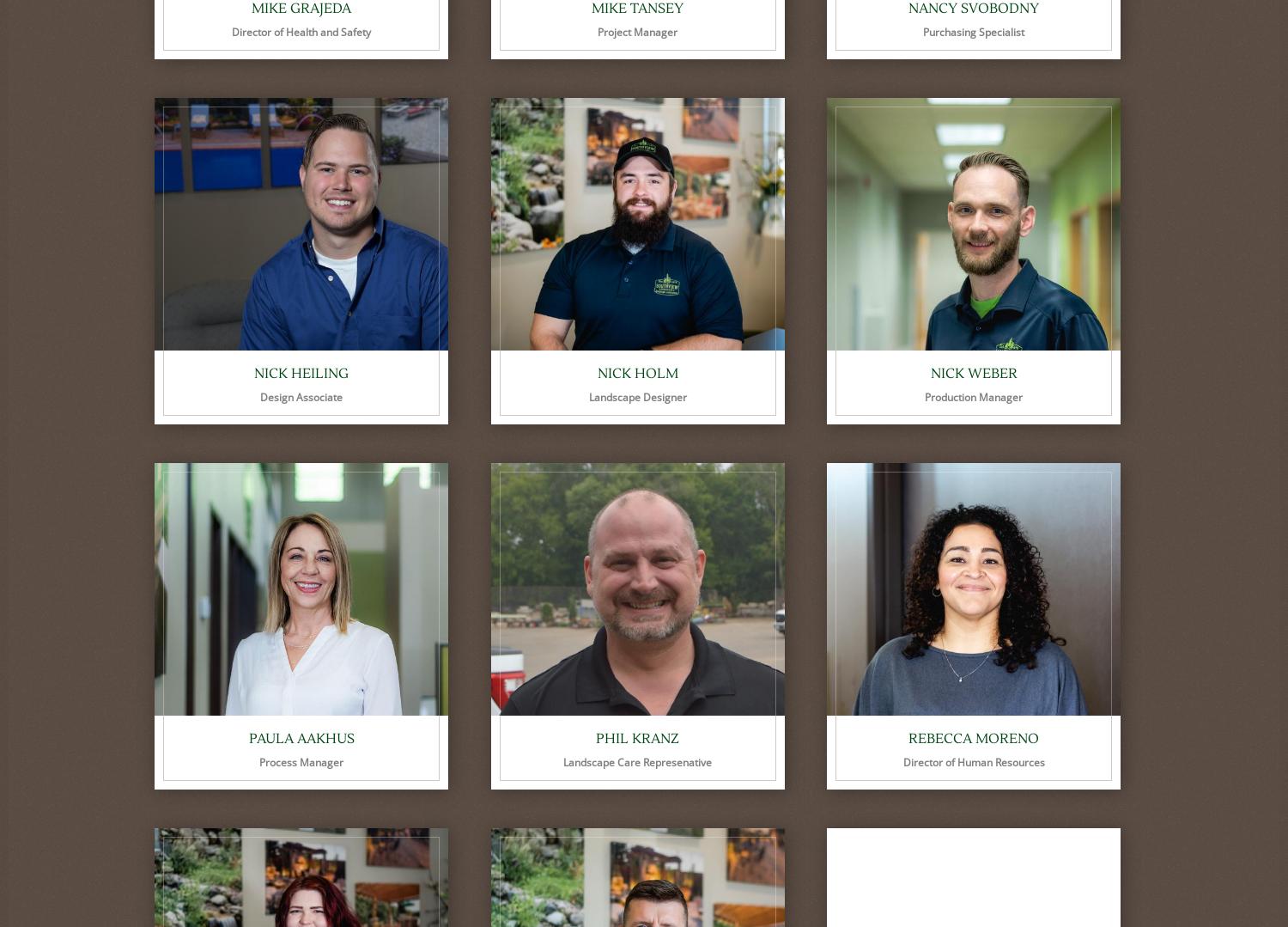 The height and width of the screenshot is (927, 1288). I want to click on 'Director of Human Resources', so click(973, 761).